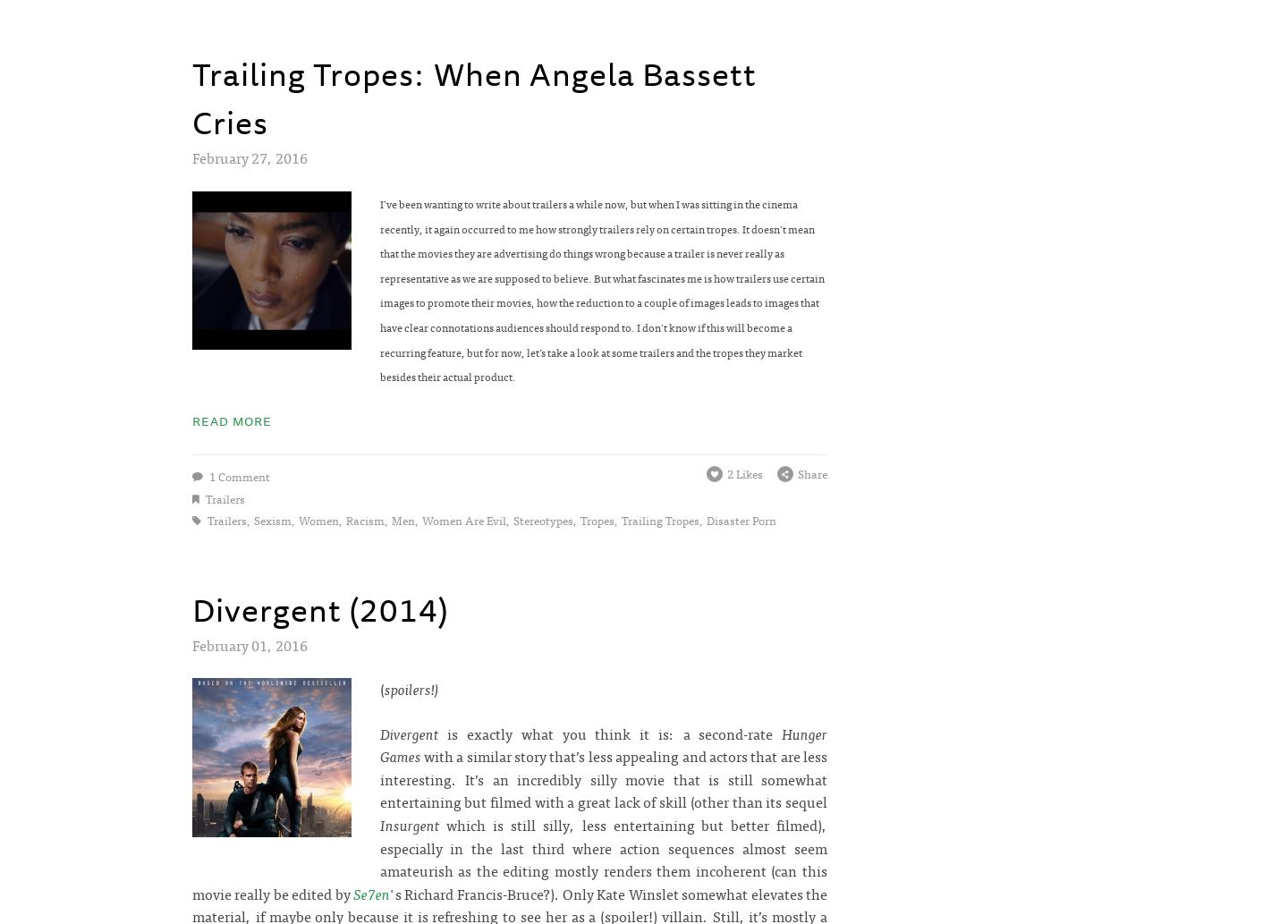 This screenshot has width=1288, height=924. What do you see at coordinates (601, 288) in the screenshot?
I see `'I’ve been wanting to write about trailers a while now, but when I was sitting in the cinema recently, it again occurred to me how strongly trailers rely on certain tropes. It doesn’t mean that the movies they are advertising do things wrong because a trailer is never really as representative as we are supposed to believe. But what fascinates me is how trailers use certain images to promote their movies, how the reduction to a couple of images leads to images that have clear connotations audiences should respond to. I don’t know if this will become a recurring feature, but for now, let’s take a look at some trailers and the tropes they market besides their actual product.'` at bounding box center [601, 288].